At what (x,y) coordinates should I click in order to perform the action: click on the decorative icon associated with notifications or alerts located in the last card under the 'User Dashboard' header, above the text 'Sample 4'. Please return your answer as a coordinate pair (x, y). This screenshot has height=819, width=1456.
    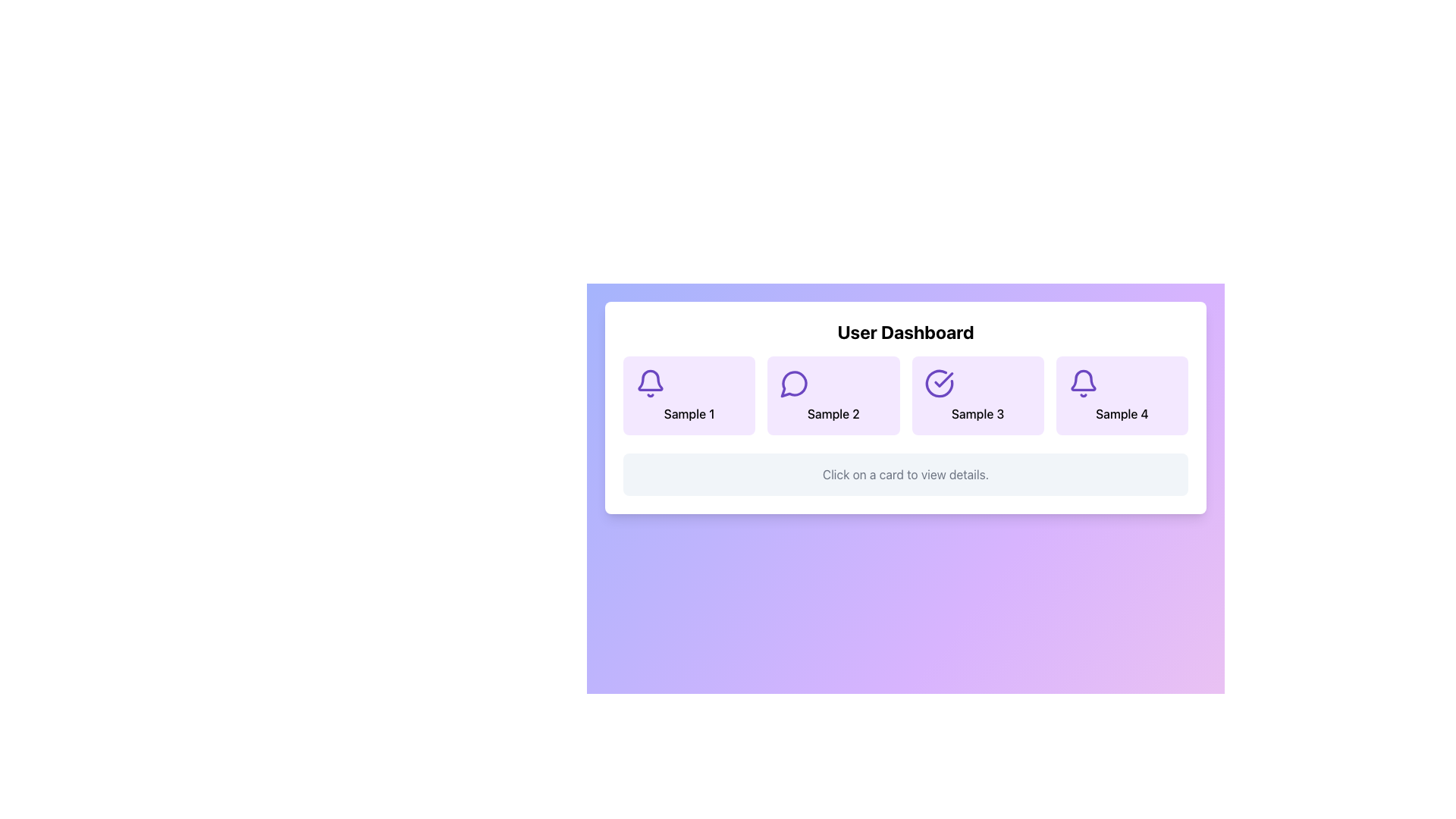
    Looking at the image, I should click on (1082, 382).